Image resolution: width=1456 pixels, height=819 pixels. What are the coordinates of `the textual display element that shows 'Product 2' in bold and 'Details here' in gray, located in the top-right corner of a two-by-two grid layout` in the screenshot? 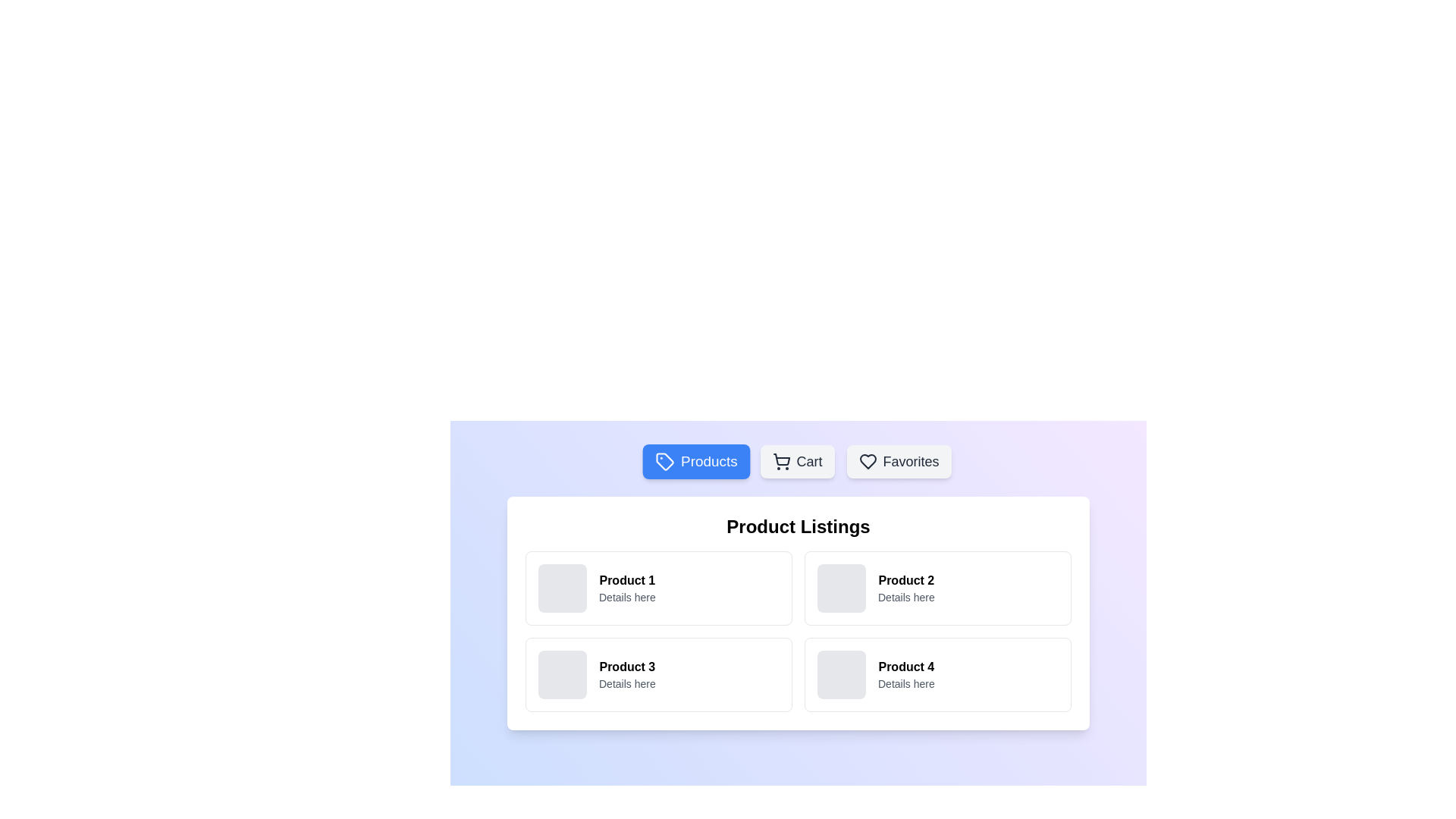 It's located at (906, 587).